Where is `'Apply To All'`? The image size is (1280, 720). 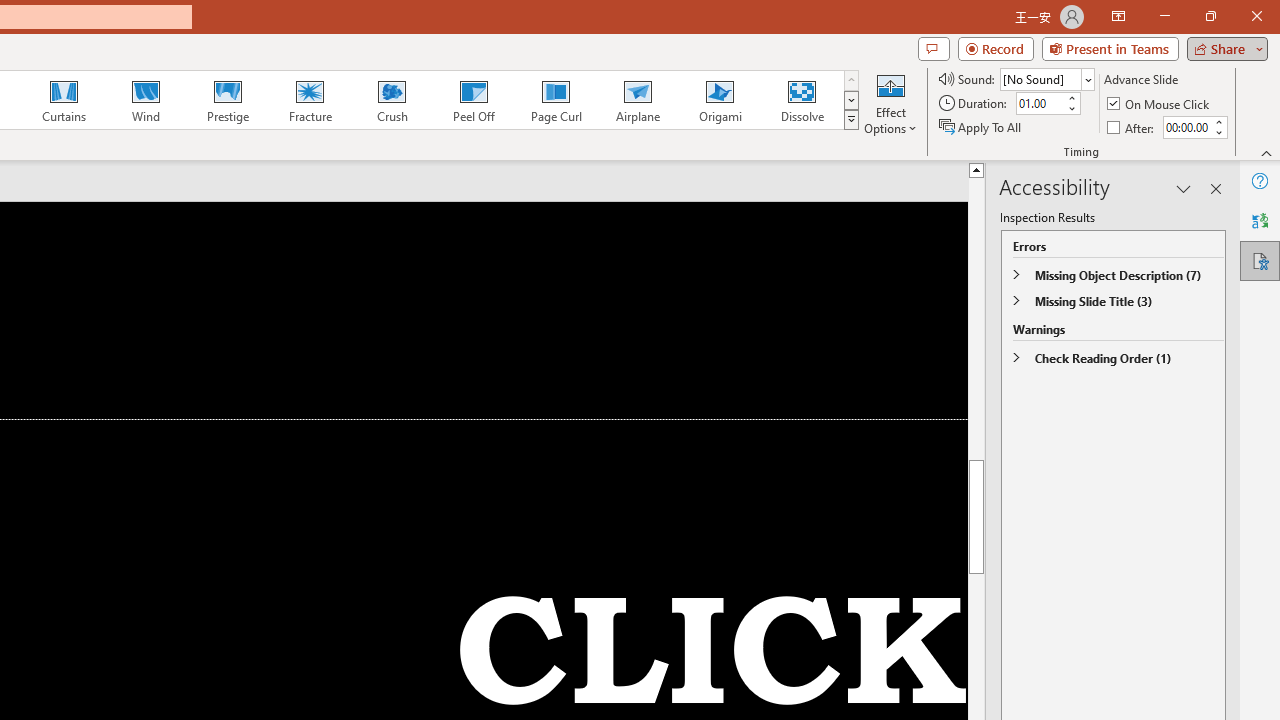
'Apply To All' is located at coordinates (981, 127).